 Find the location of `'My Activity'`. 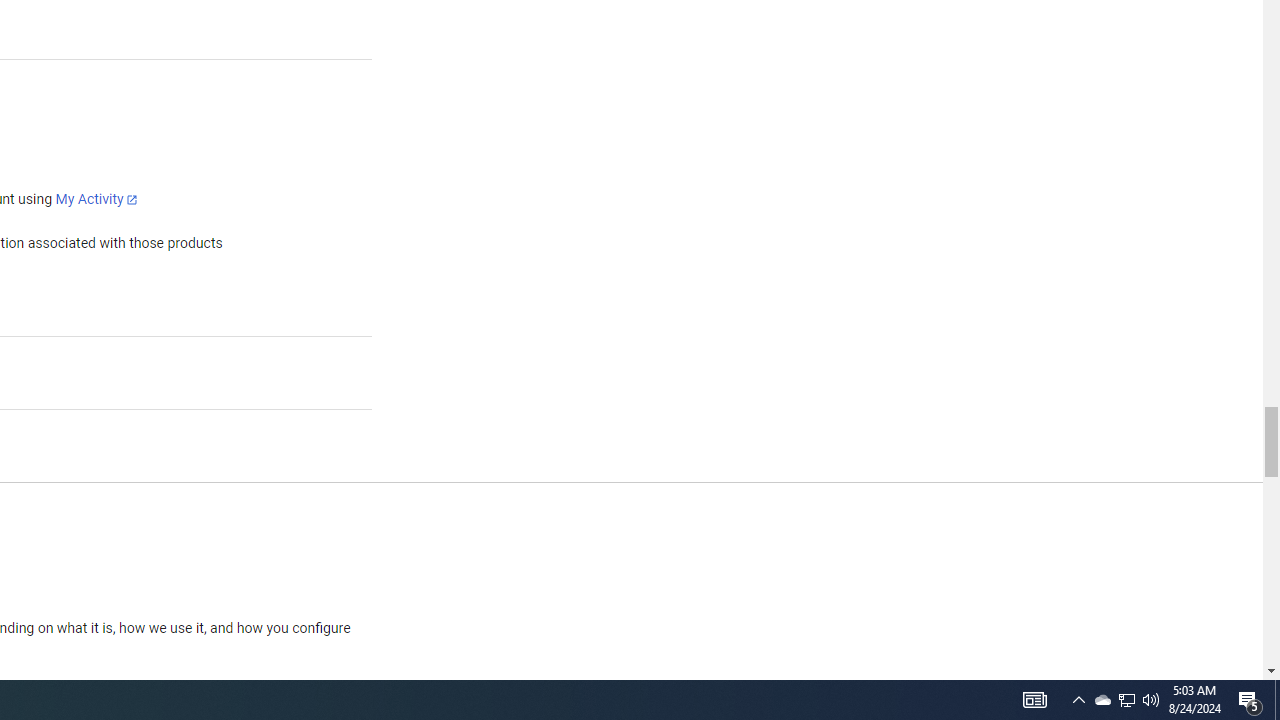

'My Activity' is located at coordinates (95, 199).